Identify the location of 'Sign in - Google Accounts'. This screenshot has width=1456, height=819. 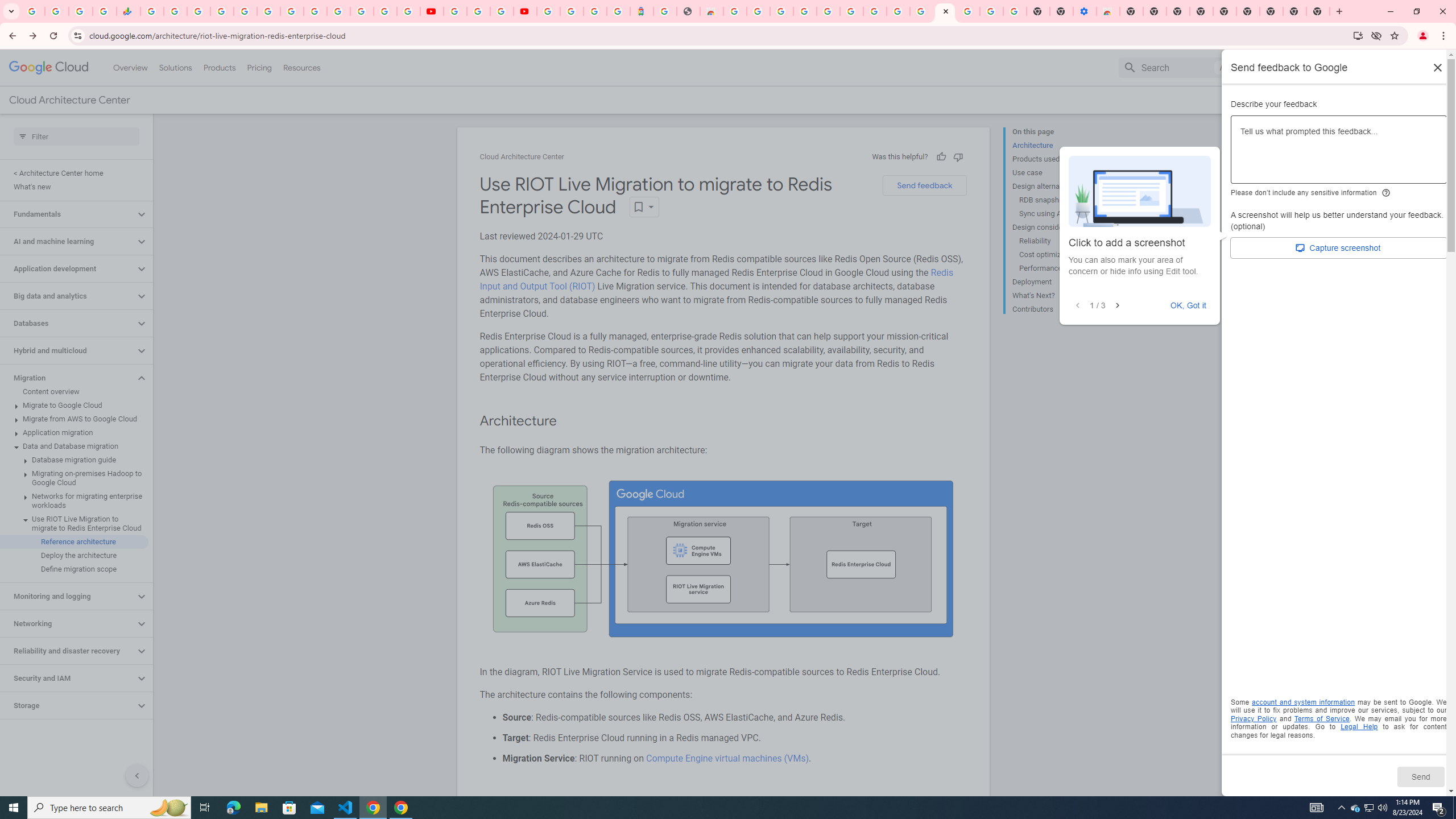
(222, 11).